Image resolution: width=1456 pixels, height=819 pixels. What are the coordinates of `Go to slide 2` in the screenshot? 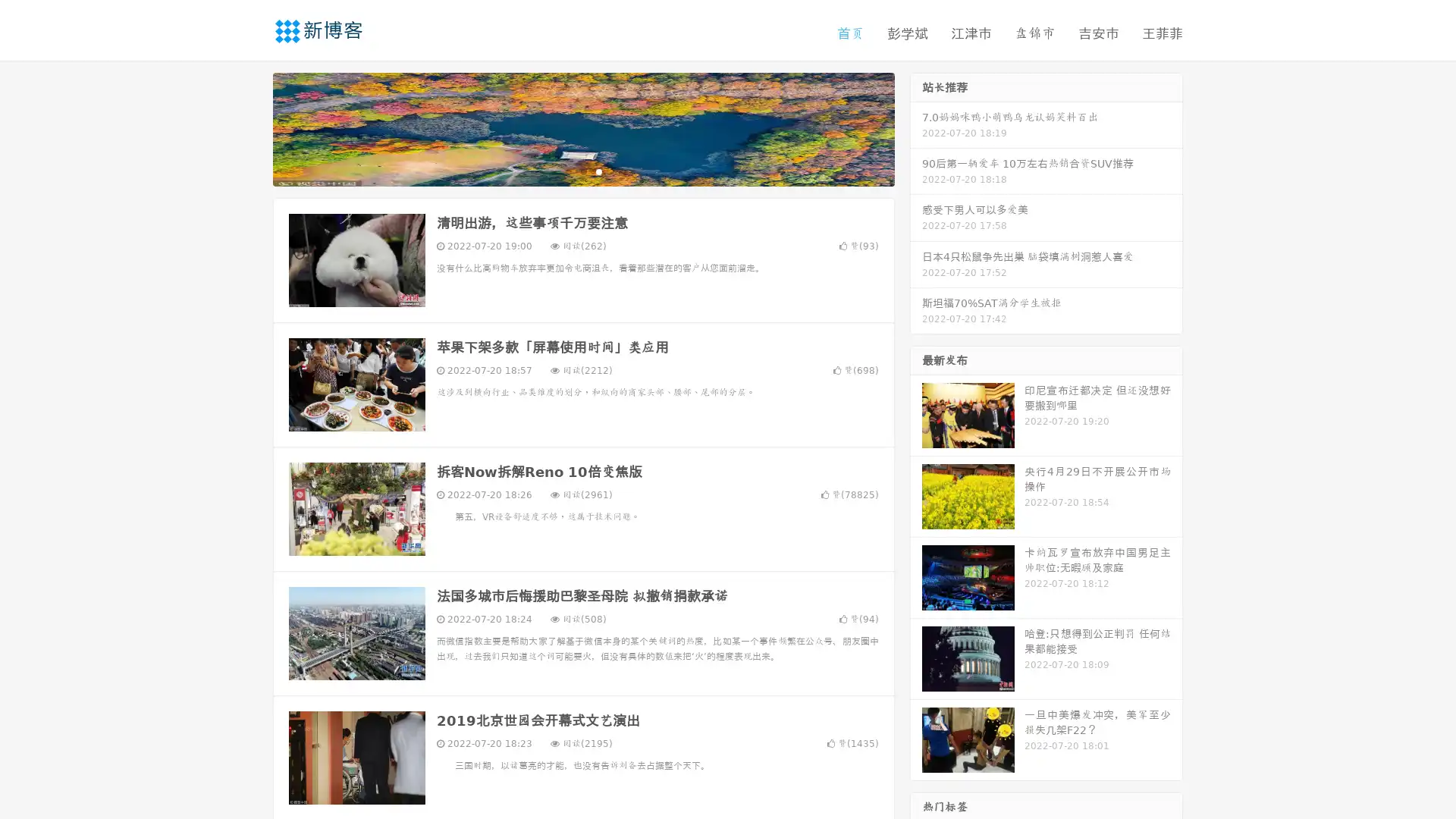 It's located at (582, 171).